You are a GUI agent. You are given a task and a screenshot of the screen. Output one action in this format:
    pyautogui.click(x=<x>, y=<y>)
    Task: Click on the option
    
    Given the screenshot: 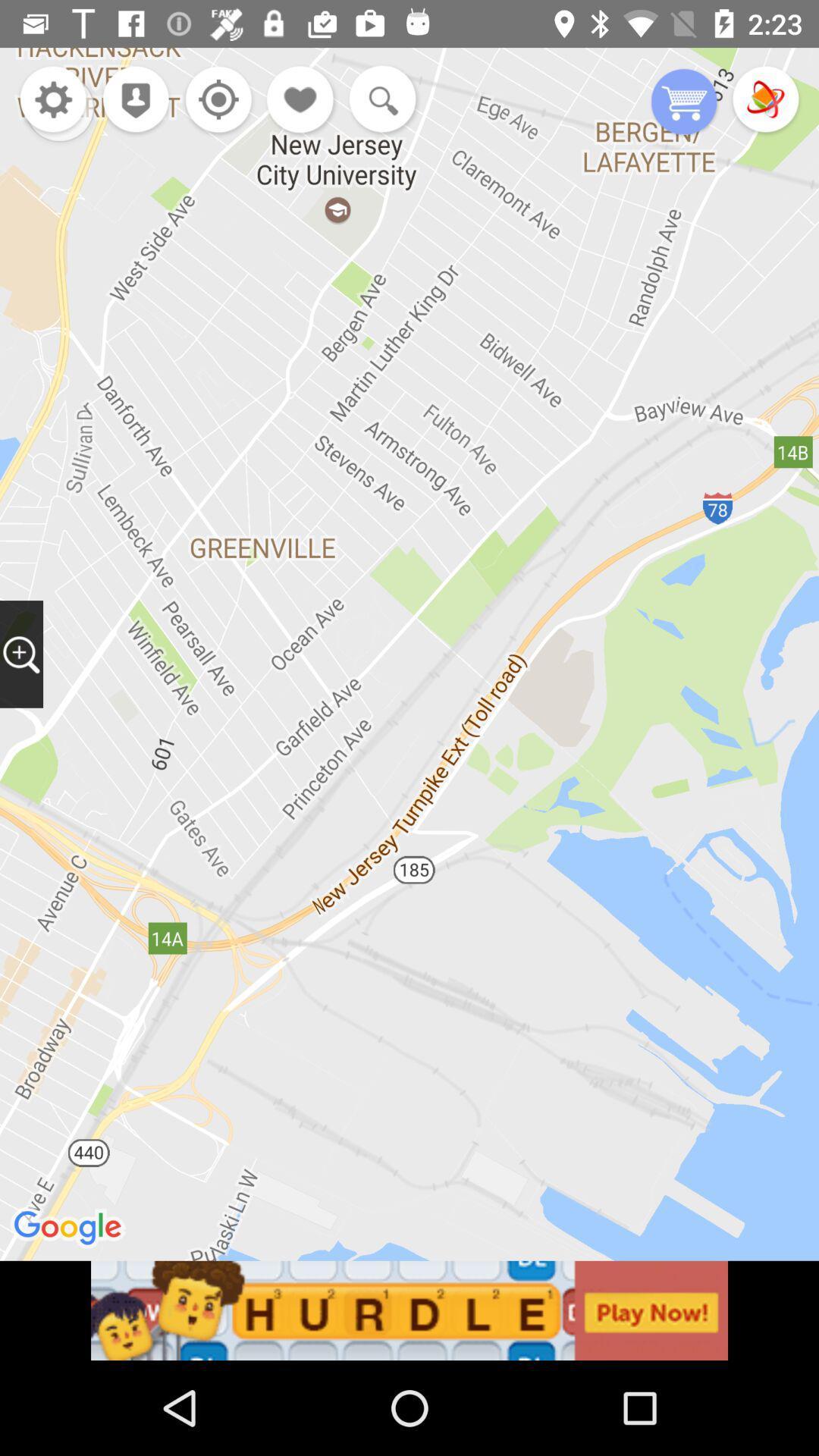 What is the action you would take?
    pyautogui.click(x=215, y=100)
    